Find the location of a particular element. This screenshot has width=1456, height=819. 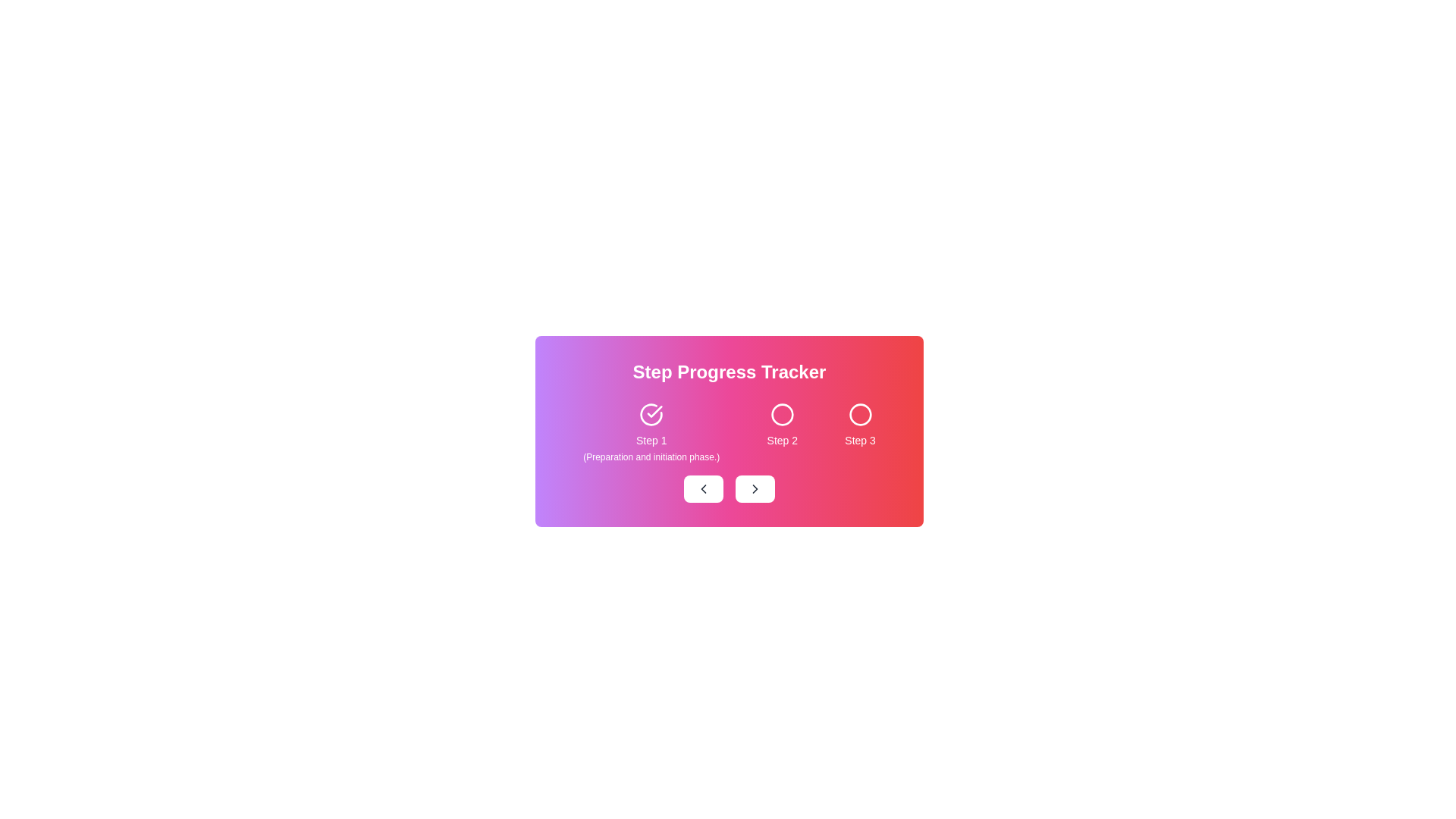

the middle progress step marker indicating the second step in the multi-step process is located at coordinates (782, 415).